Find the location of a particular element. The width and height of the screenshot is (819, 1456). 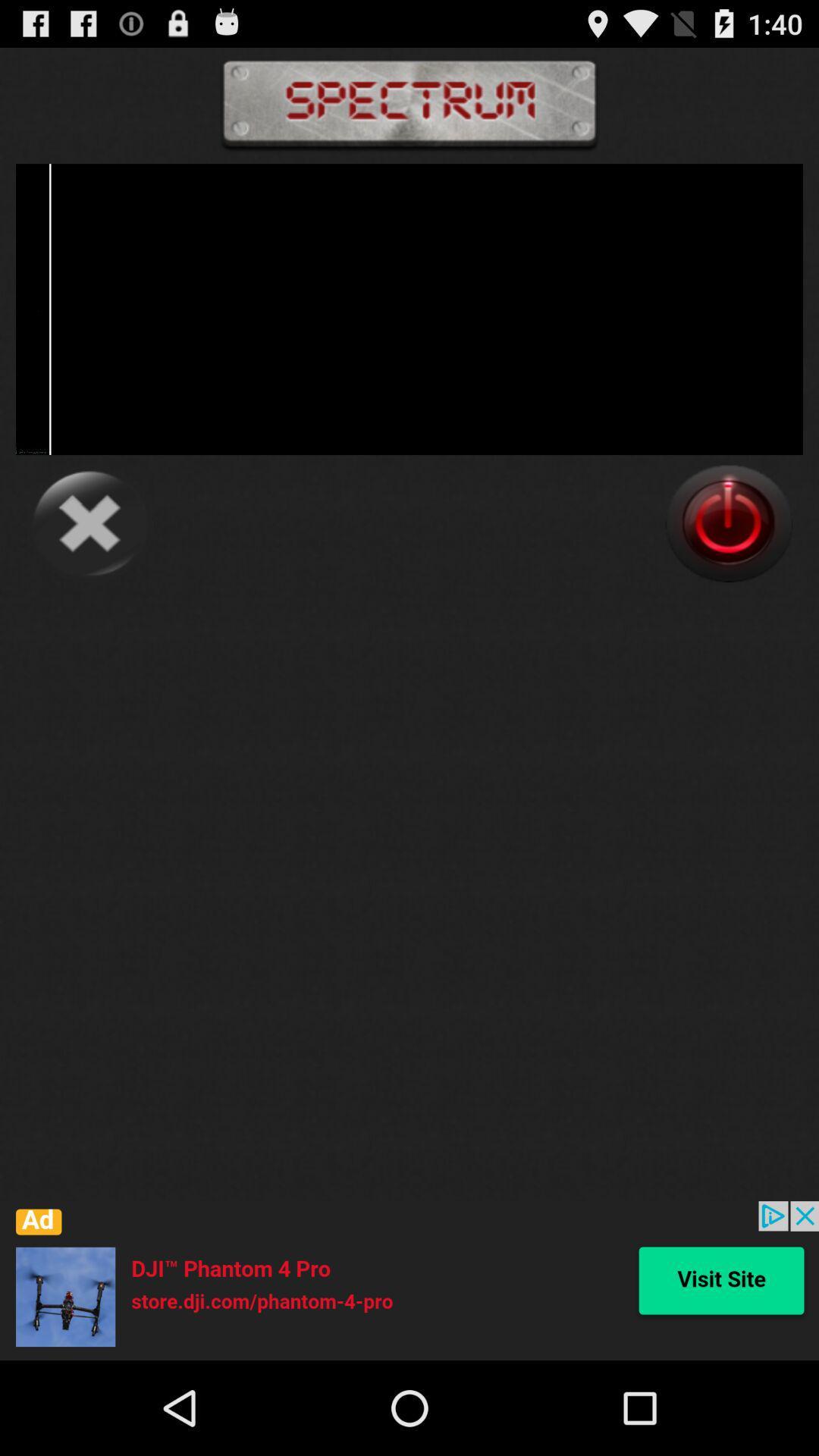

the power icon is located at coordinates (728, 560).